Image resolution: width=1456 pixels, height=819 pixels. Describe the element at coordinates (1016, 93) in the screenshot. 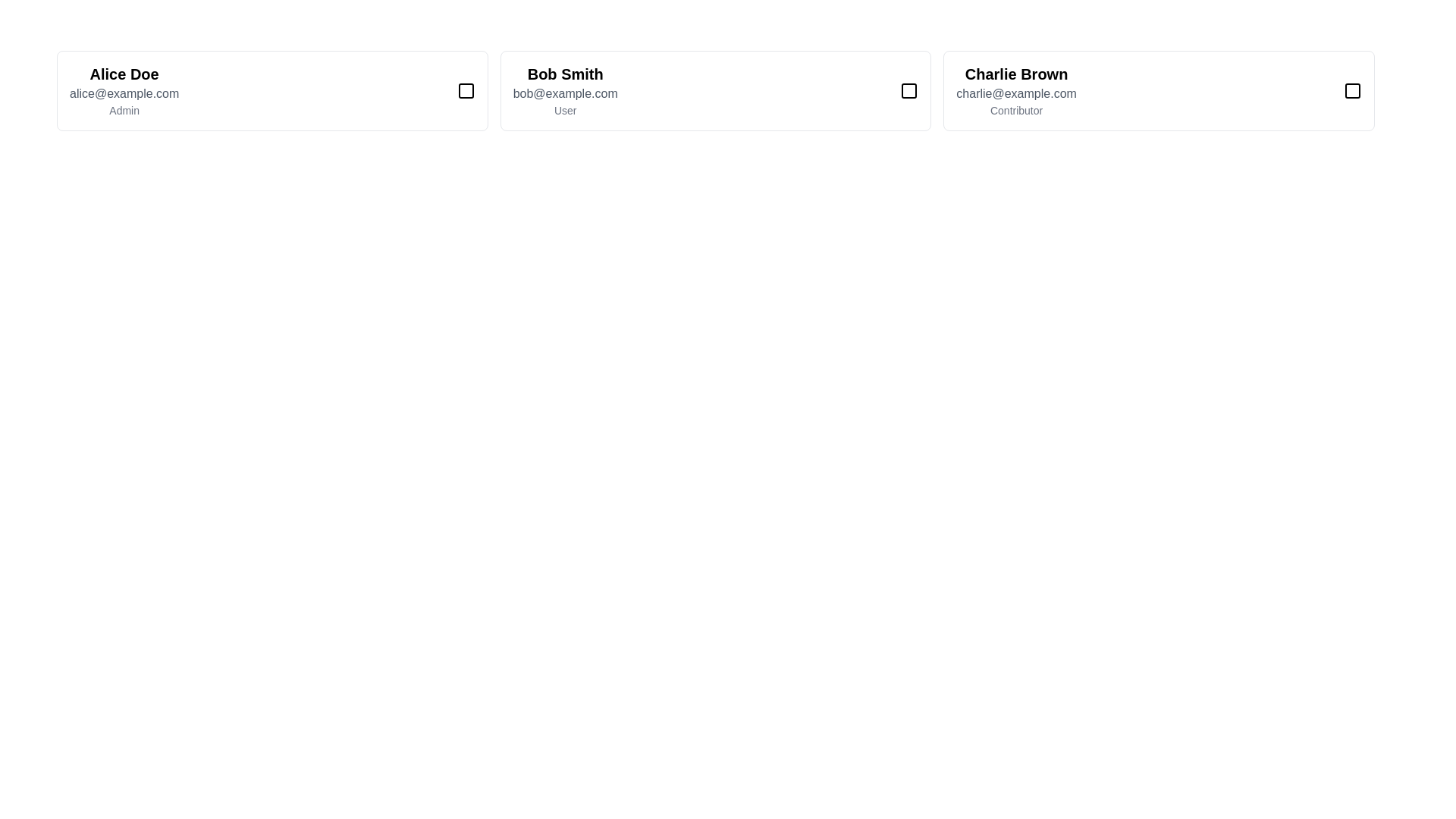

I see `the text element displaying 'charlie@example.com', which is positioned beneath the name 'Charlie Brown' and above the label 'Contributor' within the card layout` at that location.